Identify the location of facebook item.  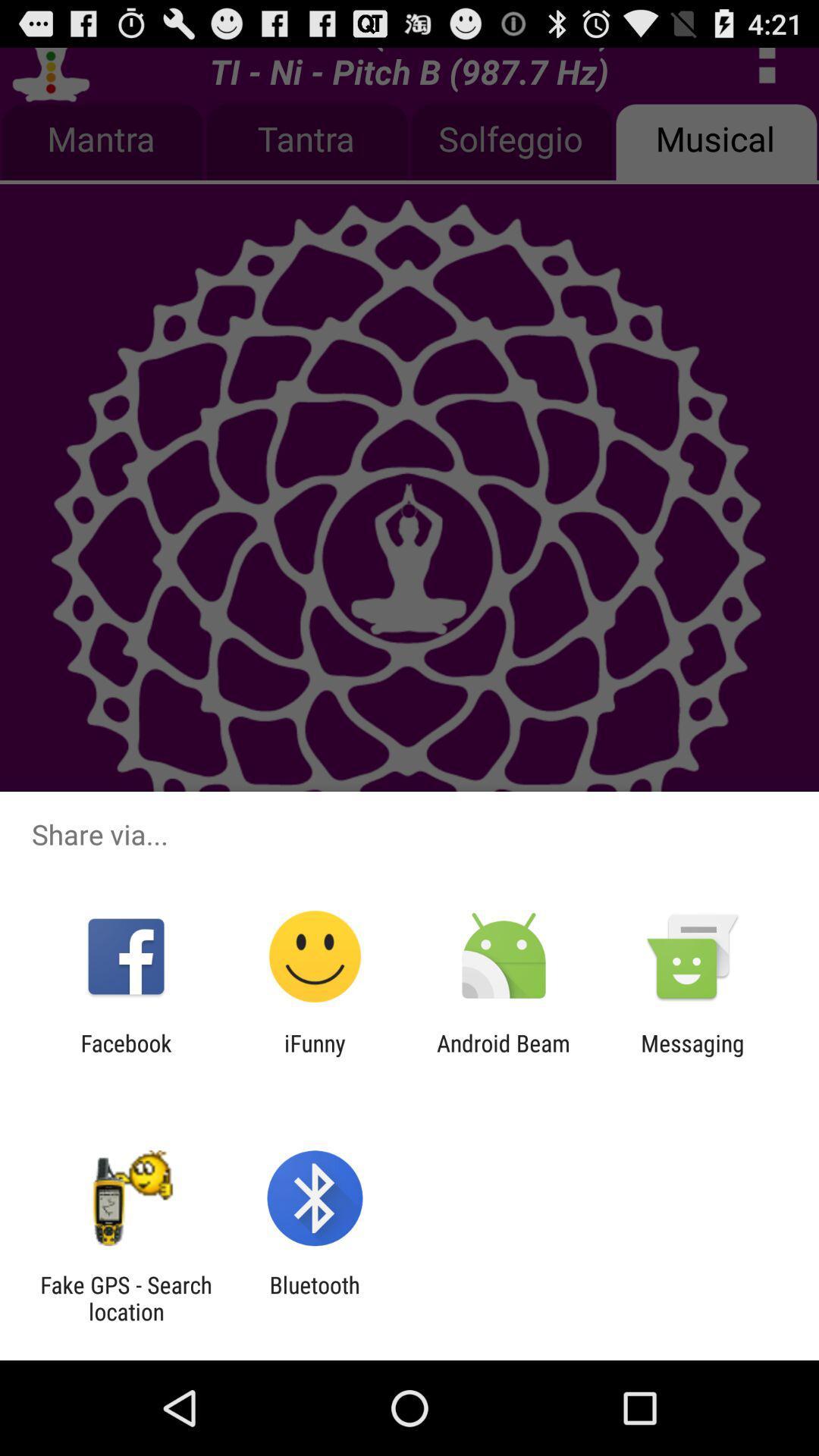
(125, 1056).